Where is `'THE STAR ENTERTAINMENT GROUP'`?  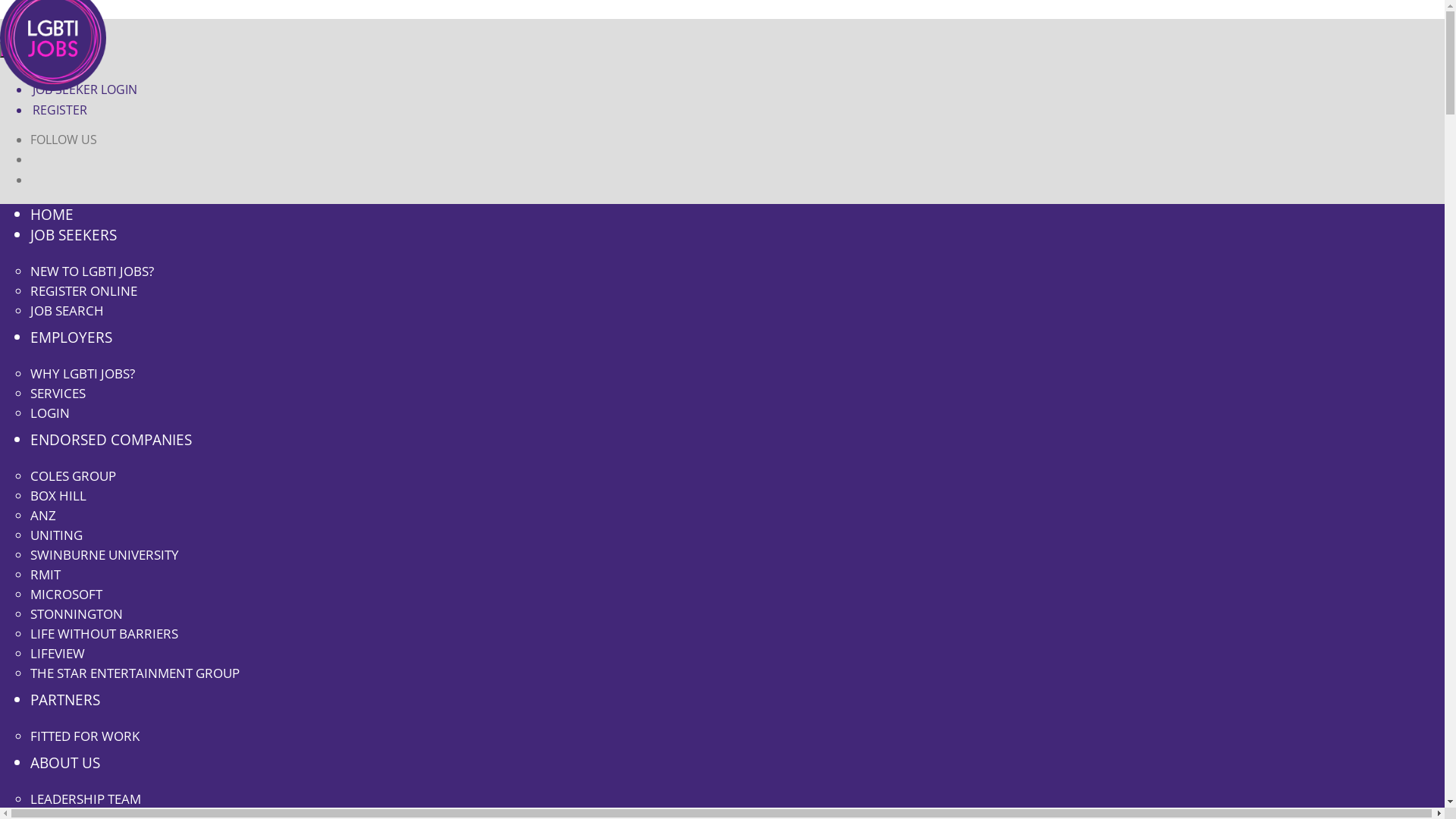
'THE STAR ENTERTAINMENT GROUP' is located at coordinates (134, 672).